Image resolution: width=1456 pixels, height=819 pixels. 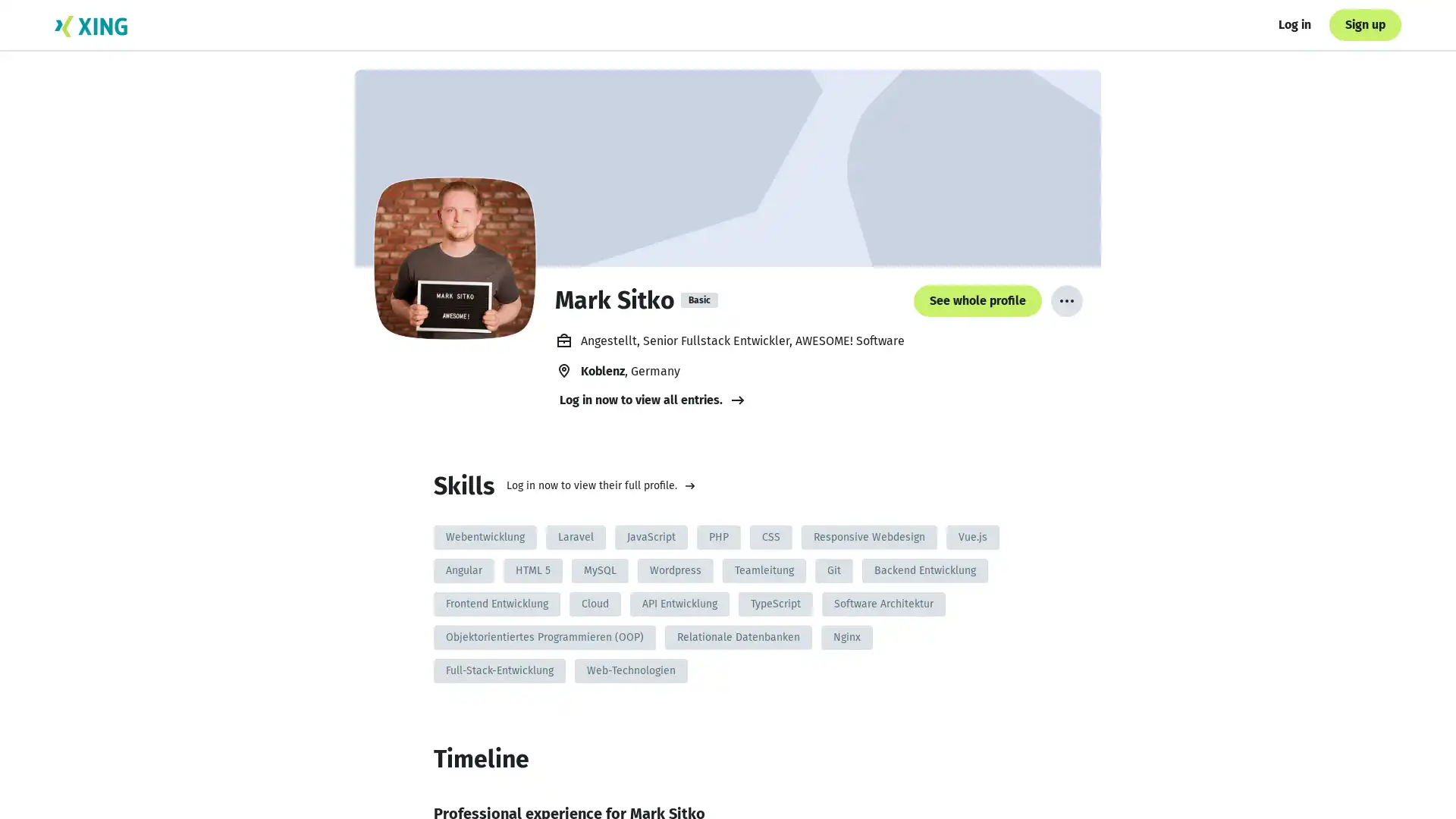 I want to click on See whole profile, so click(x=1036, y=775).